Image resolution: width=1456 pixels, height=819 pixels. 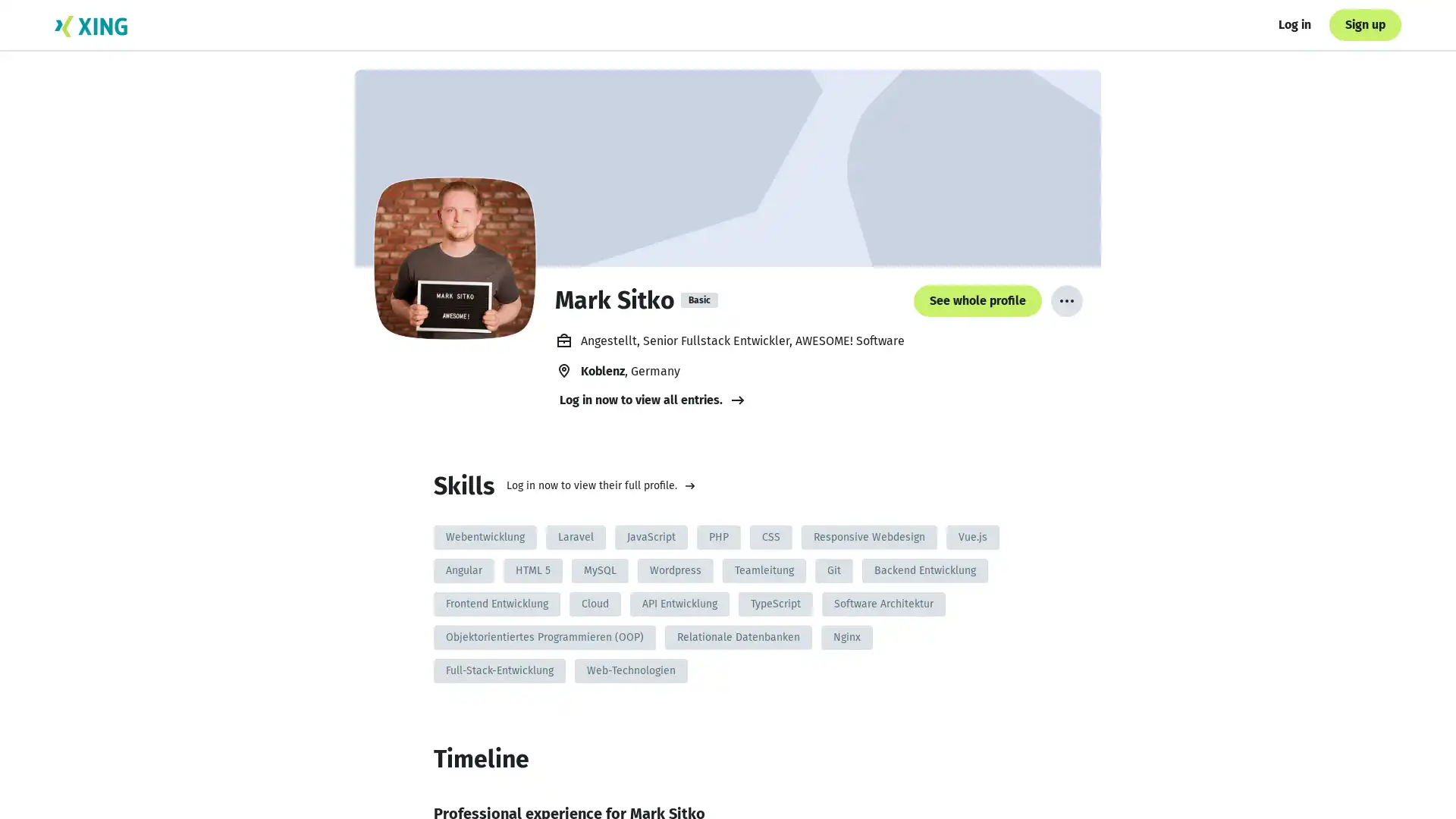 I want to click on See whole profile, so click(x=1036, y=775).